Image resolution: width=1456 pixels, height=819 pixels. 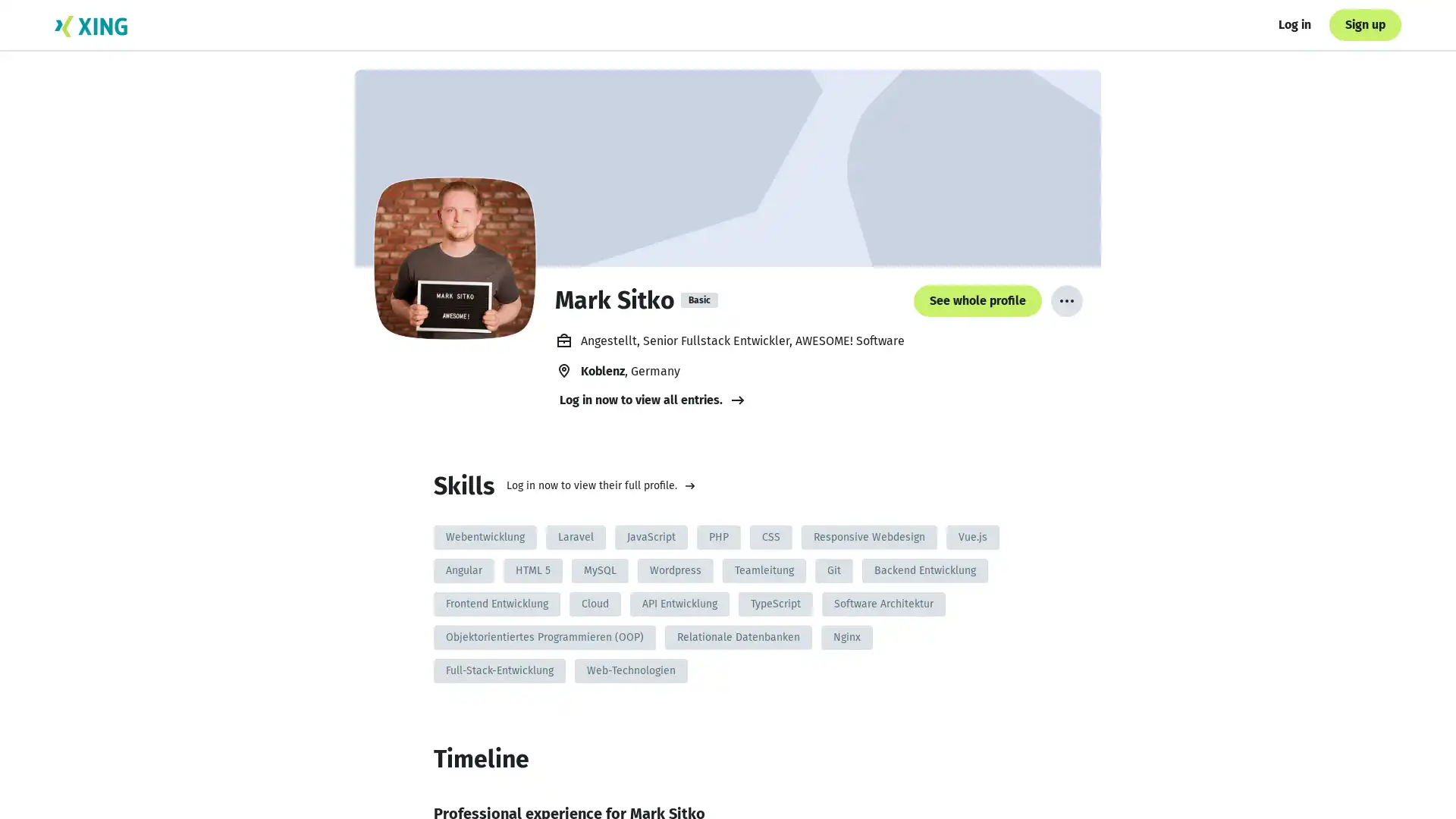 I want to click on See whole profile, so click(x=1036, y=775).